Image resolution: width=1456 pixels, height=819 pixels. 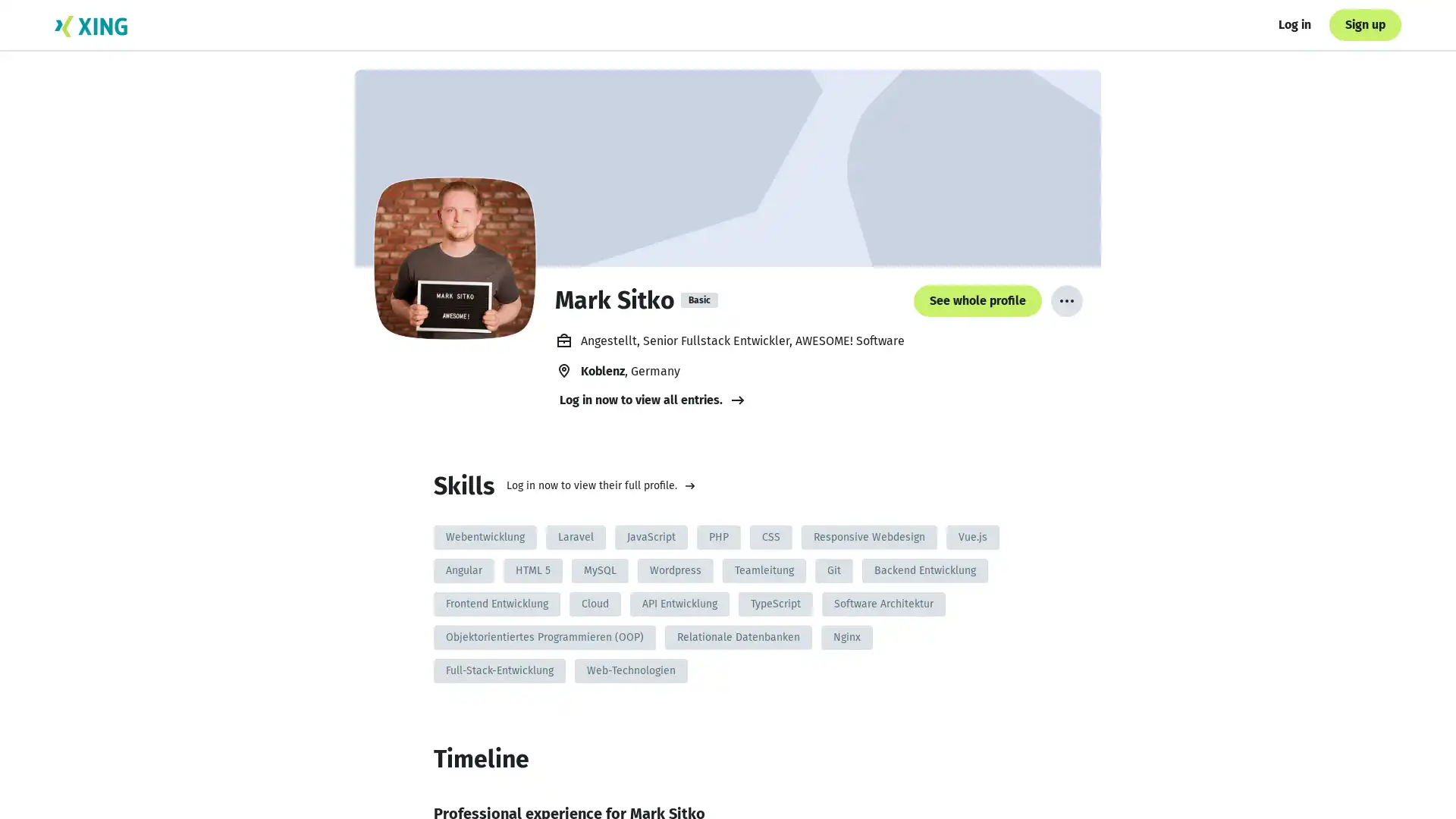 I want to click on See whole profile, so click(x=1036, y=775).